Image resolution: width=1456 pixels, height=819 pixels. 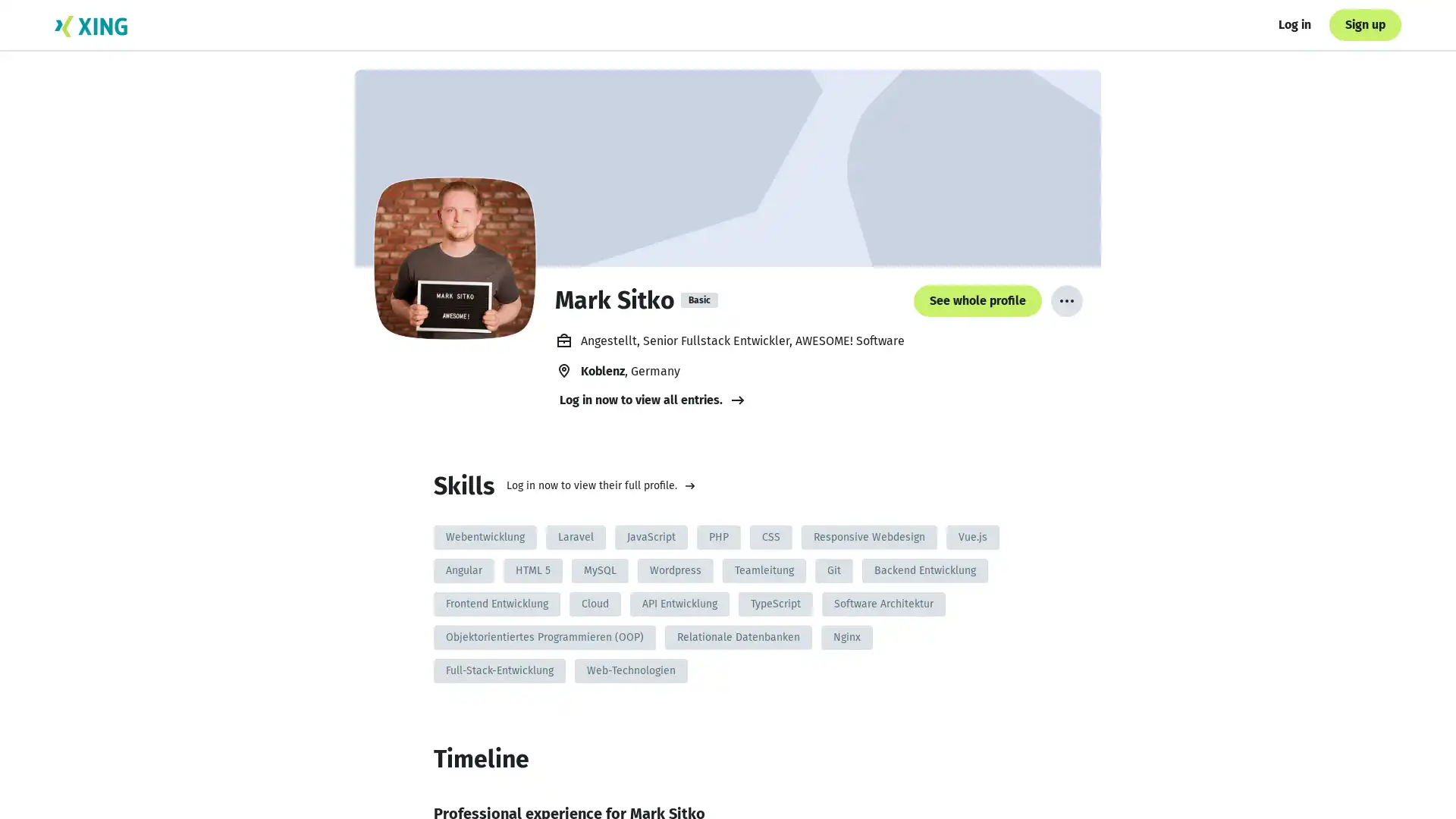 I want to click on See whole profile, so click(x=1036, y=775).